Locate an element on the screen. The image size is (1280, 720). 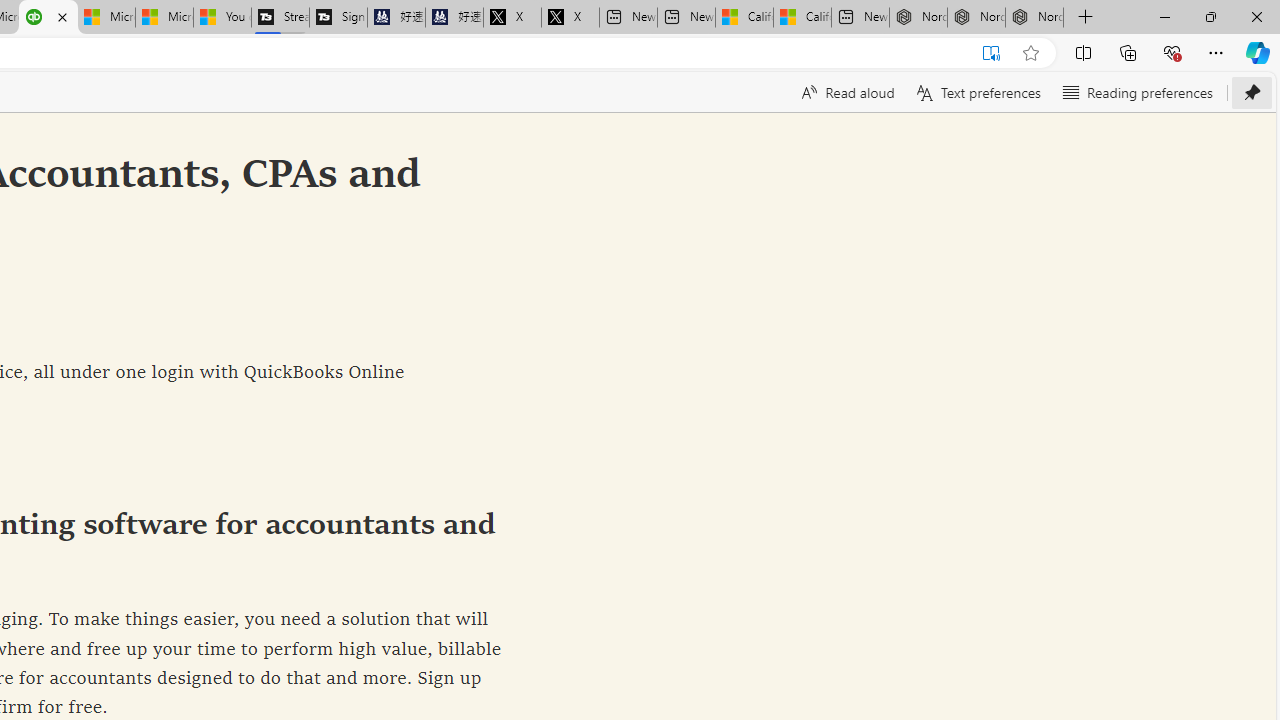
'Unpin toolbar' is located at coordinates (1251, 92).